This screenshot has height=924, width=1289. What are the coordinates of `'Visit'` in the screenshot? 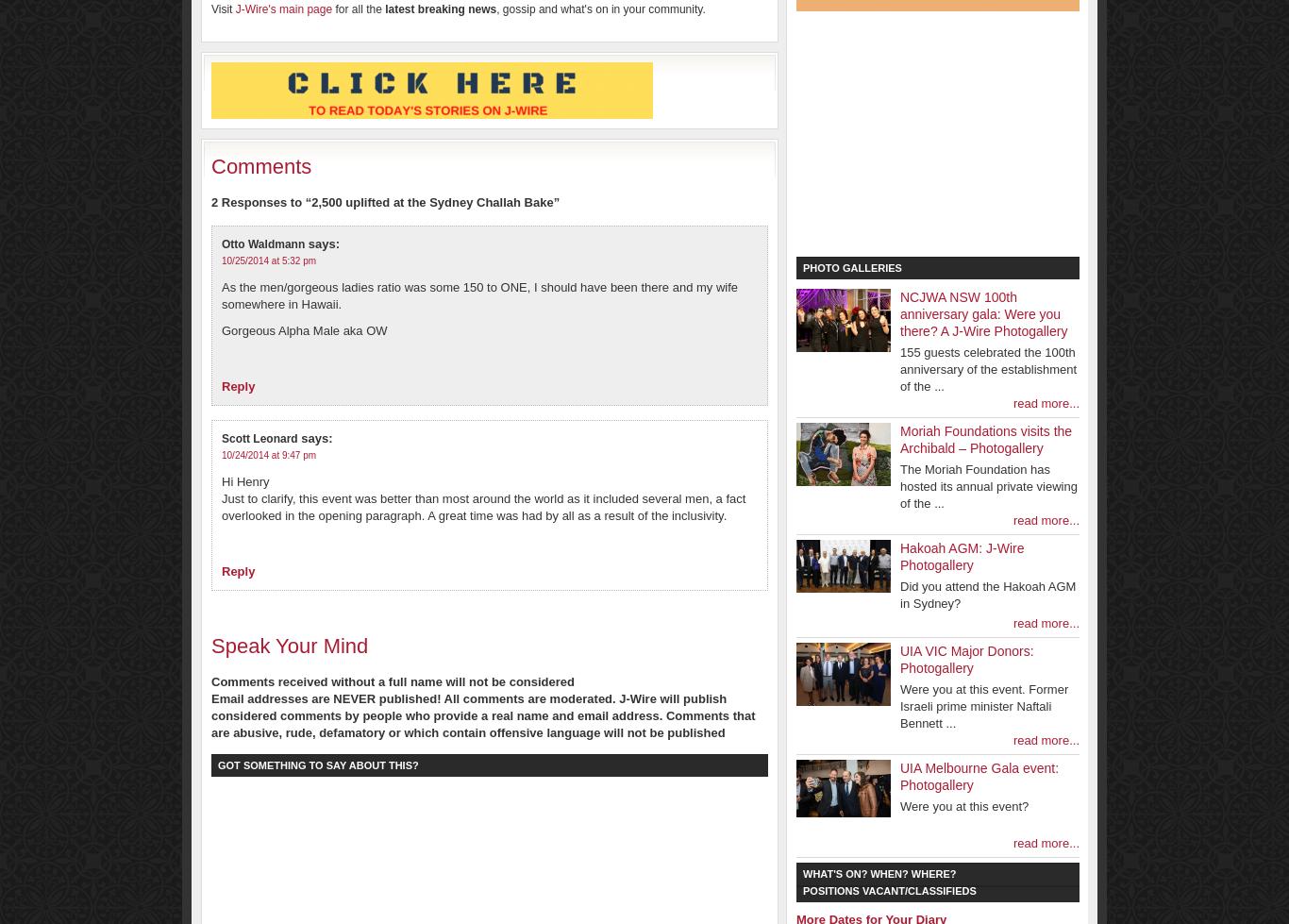 It's located at (223, 8).